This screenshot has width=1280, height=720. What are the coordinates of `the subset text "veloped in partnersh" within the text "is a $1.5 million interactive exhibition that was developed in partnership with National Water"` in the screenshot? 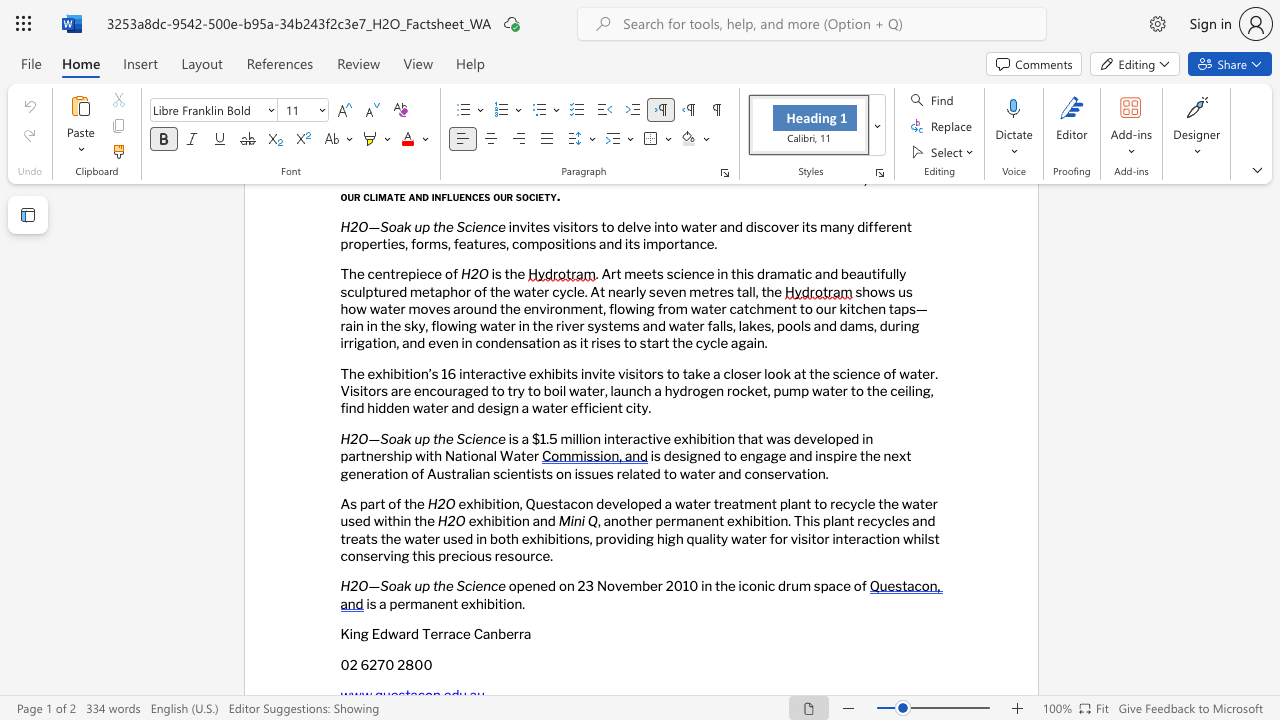 It's located at (809, 437).